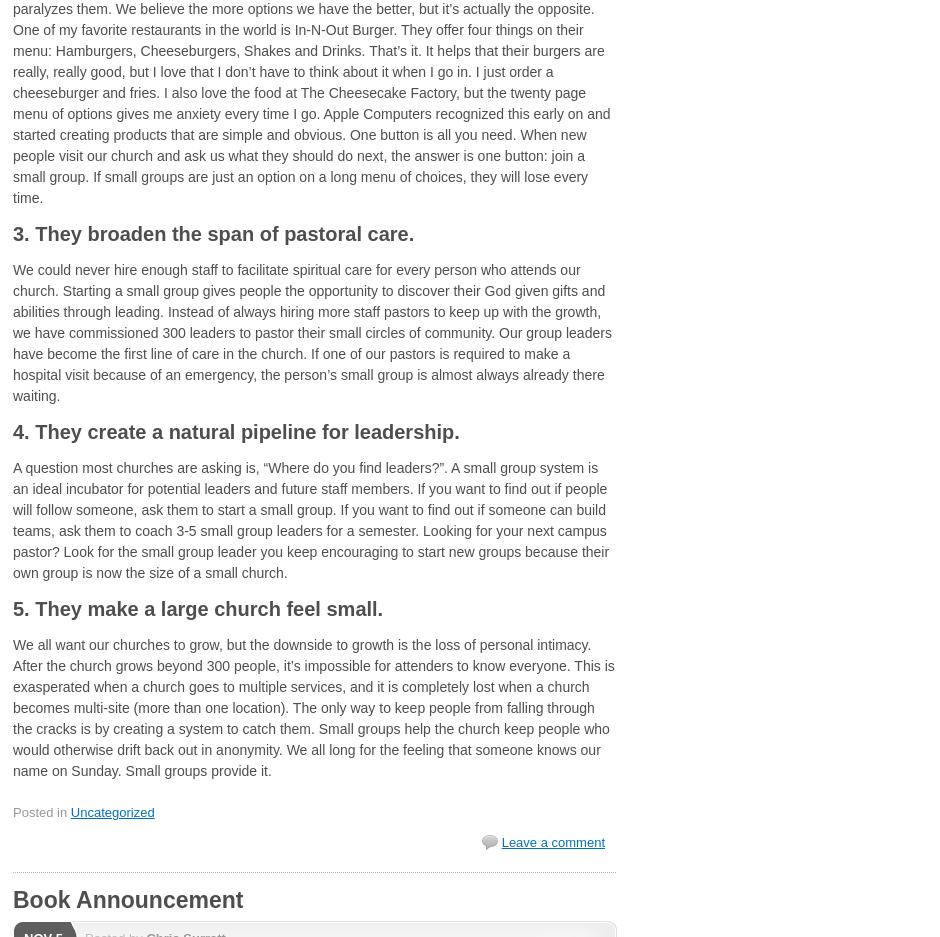 This screenshot has height=937, width=940. What do you see at coordinates (312, 706) in the screenshot?
I see `'We all want our churches to grow, but the downside to growth is the loss of personal intimacy. After the church grows beyond 300 people, it’s impossible for attenders to know everyone. This is exasperated when a church goes to multiple services, and it is completely lost when a church becomes multi-site (more than one location). The only way to keep people from falling through the cracks is by creating a system to catch them. Small groups help the church keep people who would otherwise drift back out in anonymity. We all long for the feeling that someone knows our name on Sunday. Small groups provide it.'` at bounding box center [312, 706].